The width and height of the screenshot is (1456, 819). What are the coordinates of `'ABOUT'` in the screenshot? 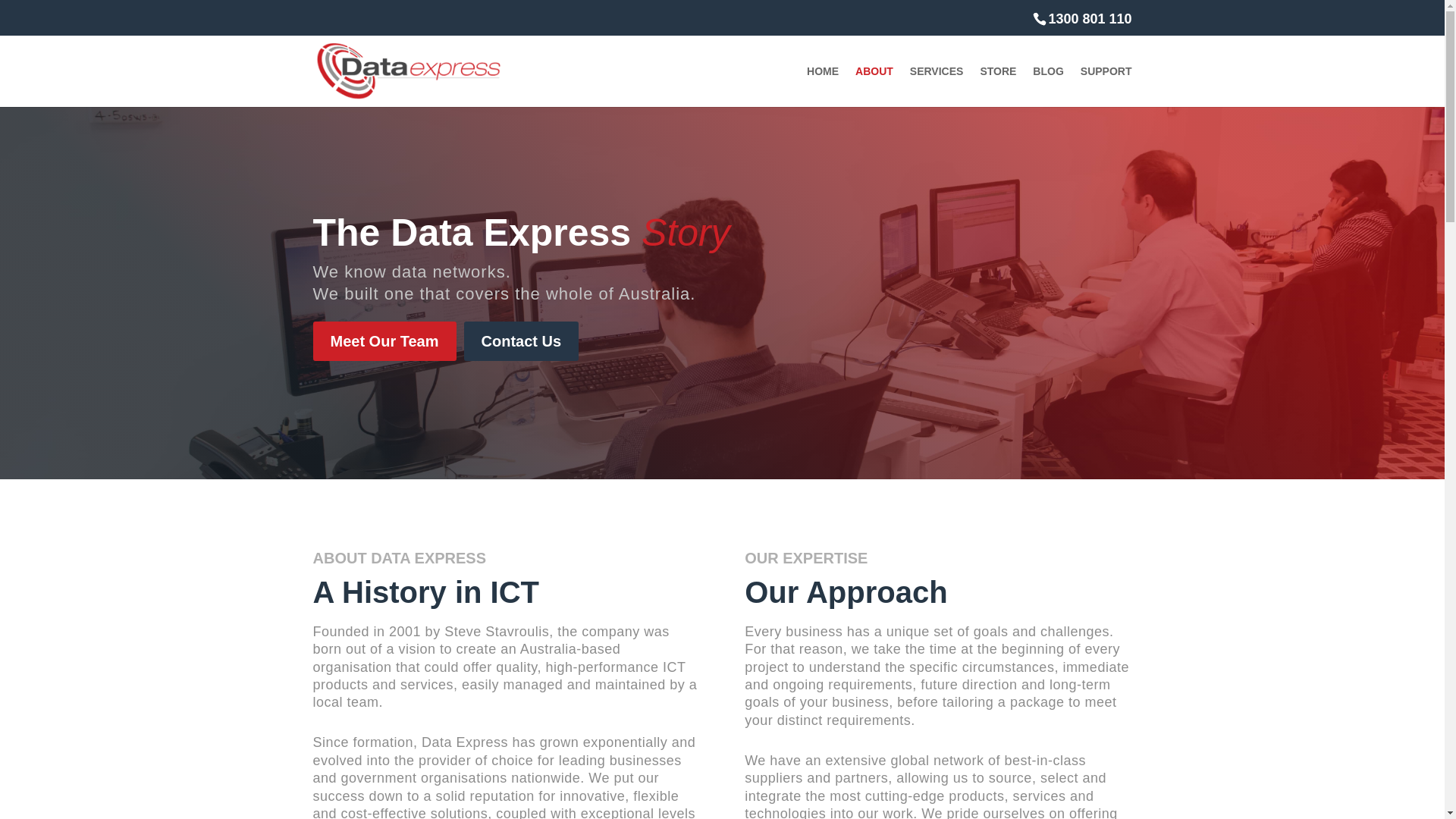 It's located at (855, 86).